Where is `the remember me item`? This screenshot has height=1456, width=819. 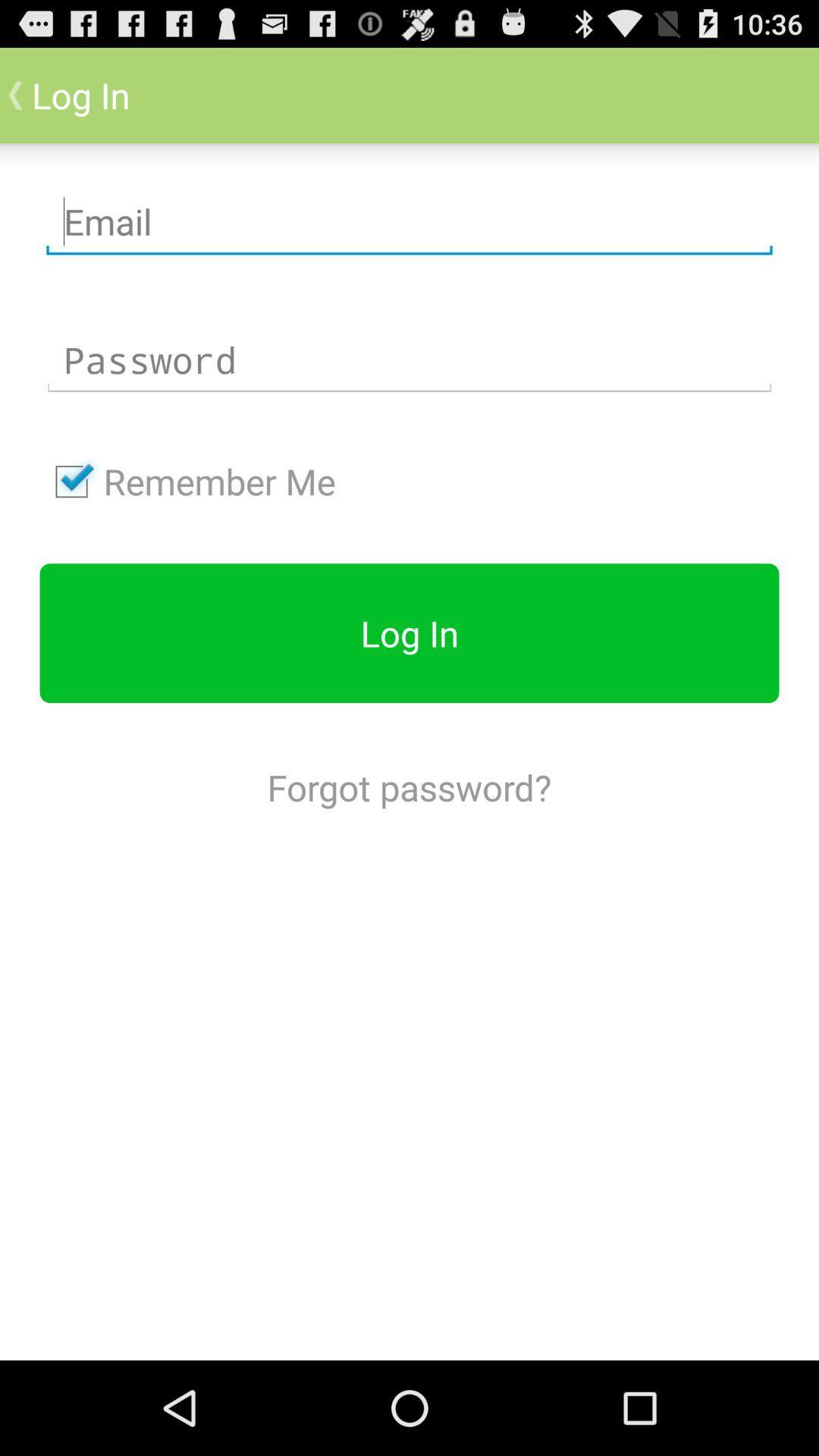 the remember me item is located at coordinates (187, 481).